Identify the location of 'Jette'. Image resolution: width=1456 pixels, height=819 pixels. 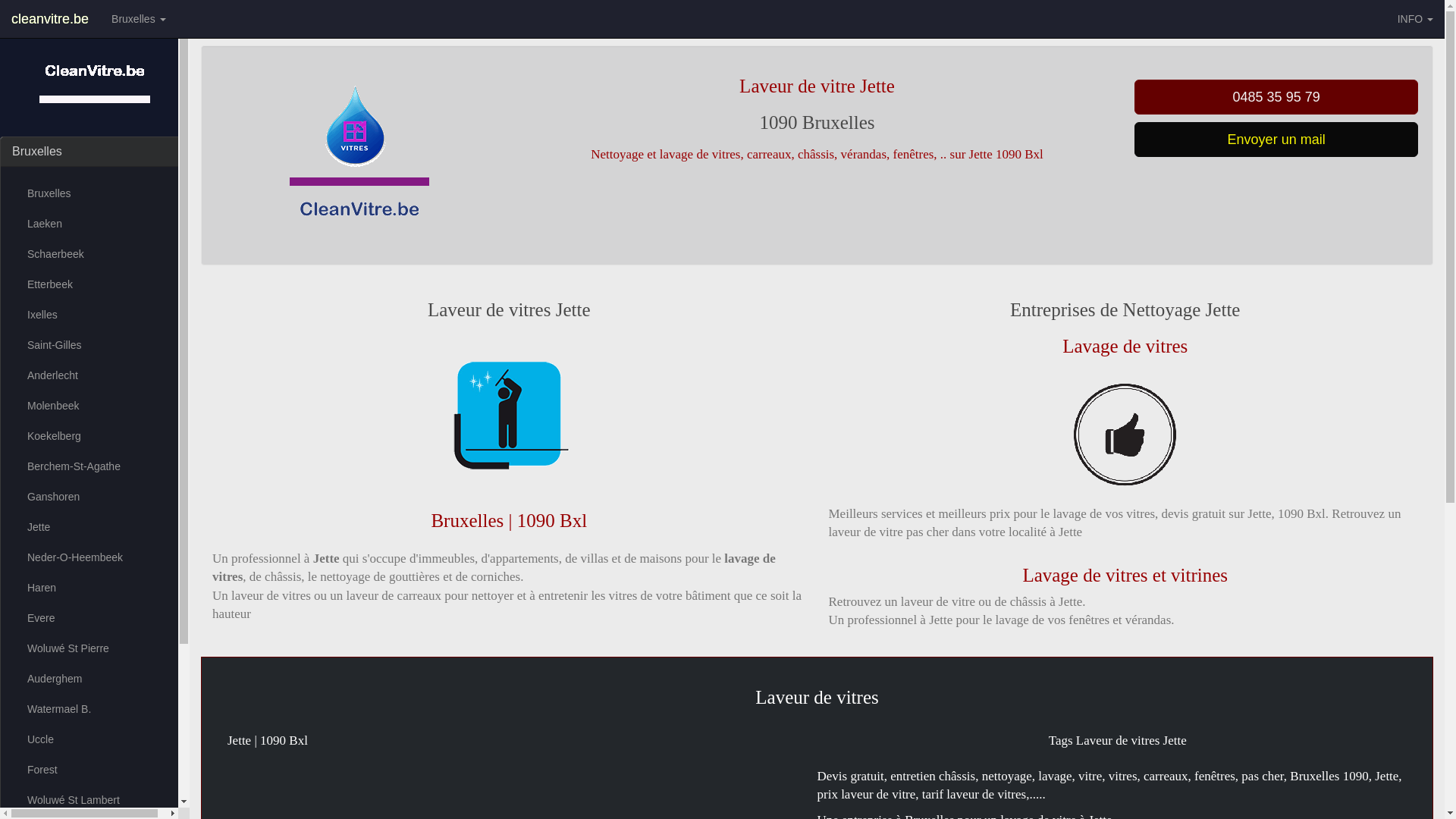
(93, 526).